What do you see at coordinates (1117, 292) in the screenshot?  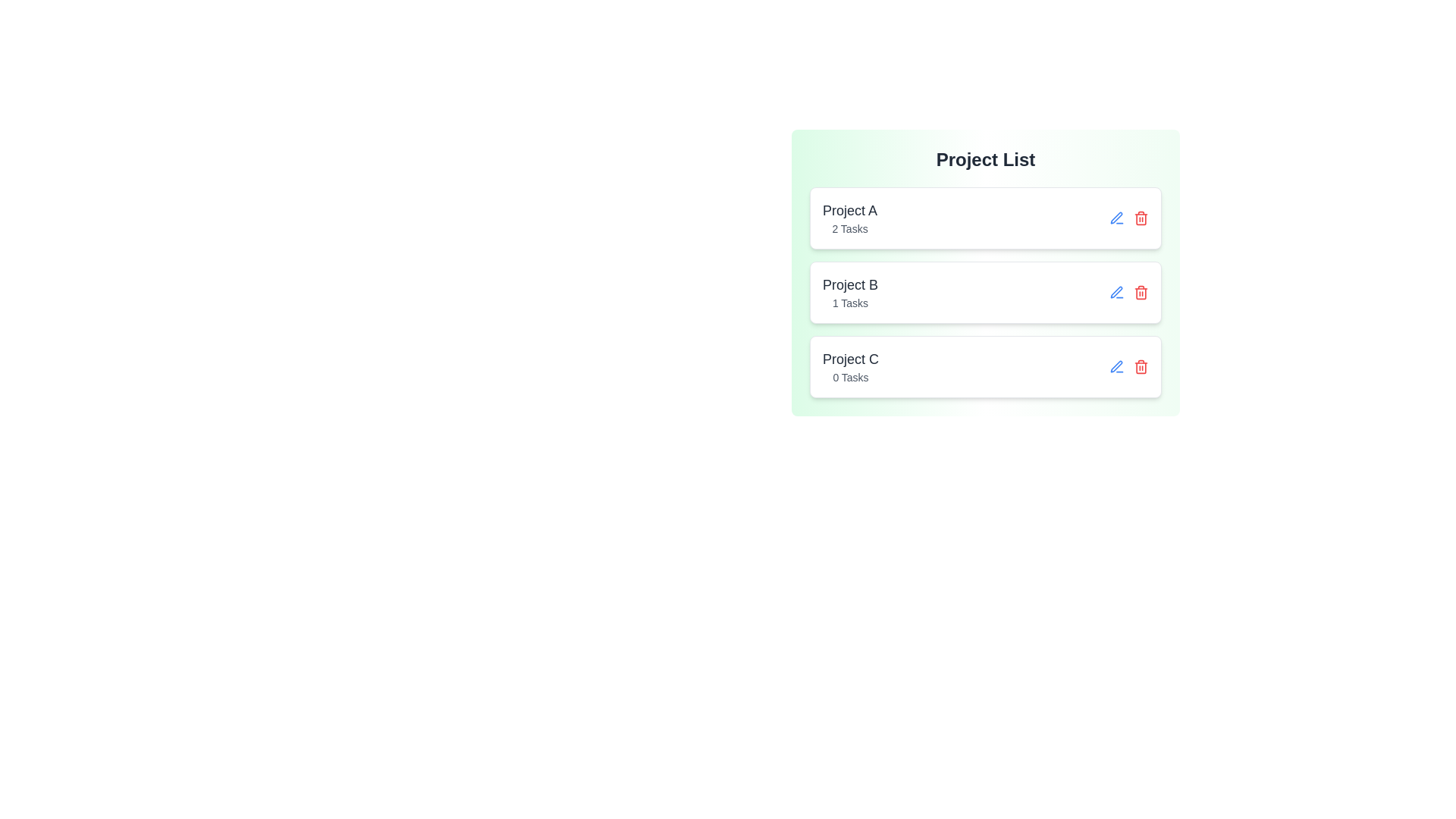 I see `the edit icon for project Project B` at bounding box center [1117, 292].